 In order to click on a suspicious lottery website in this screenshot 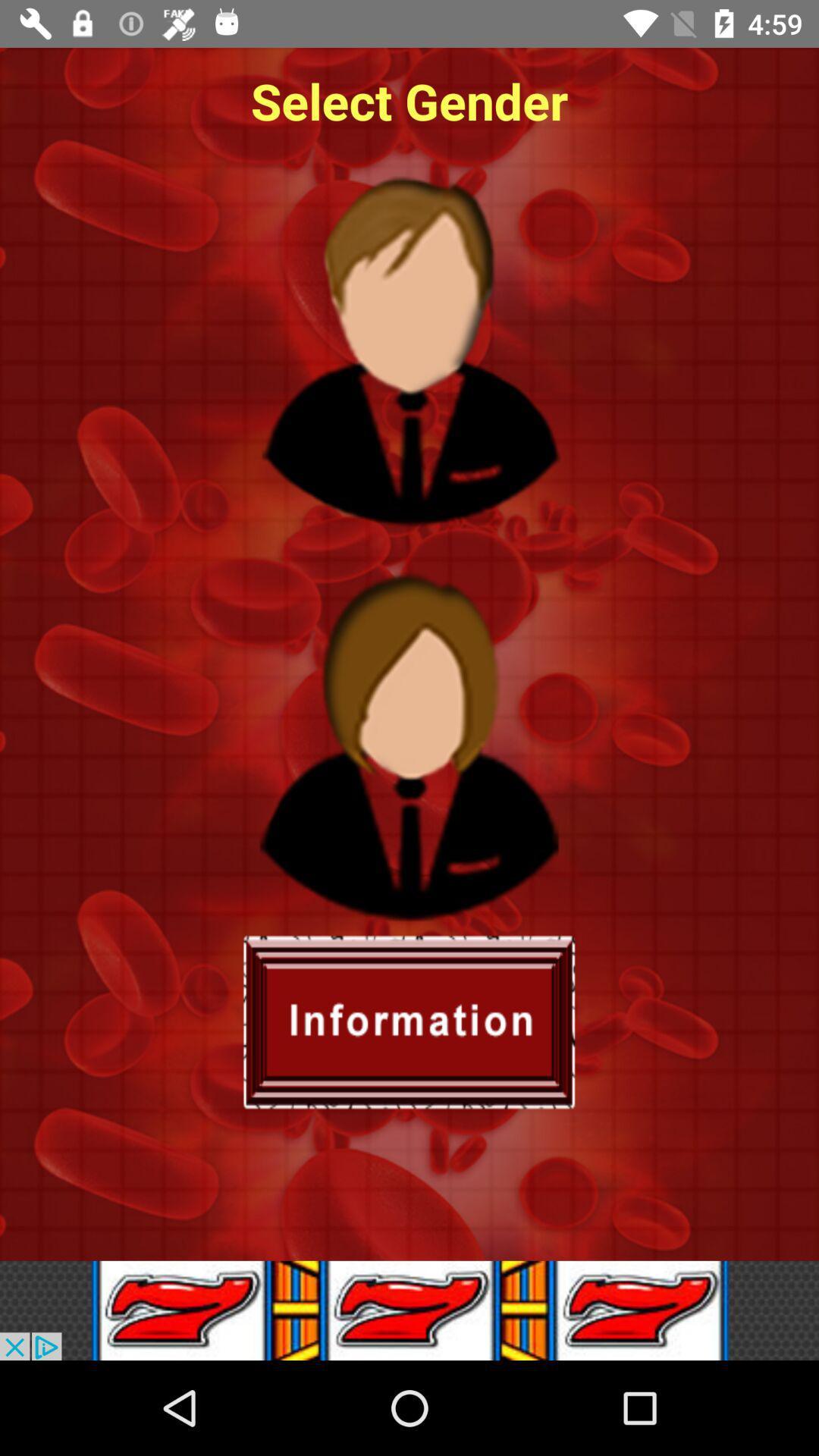, I will do `click(409, 1310)`.